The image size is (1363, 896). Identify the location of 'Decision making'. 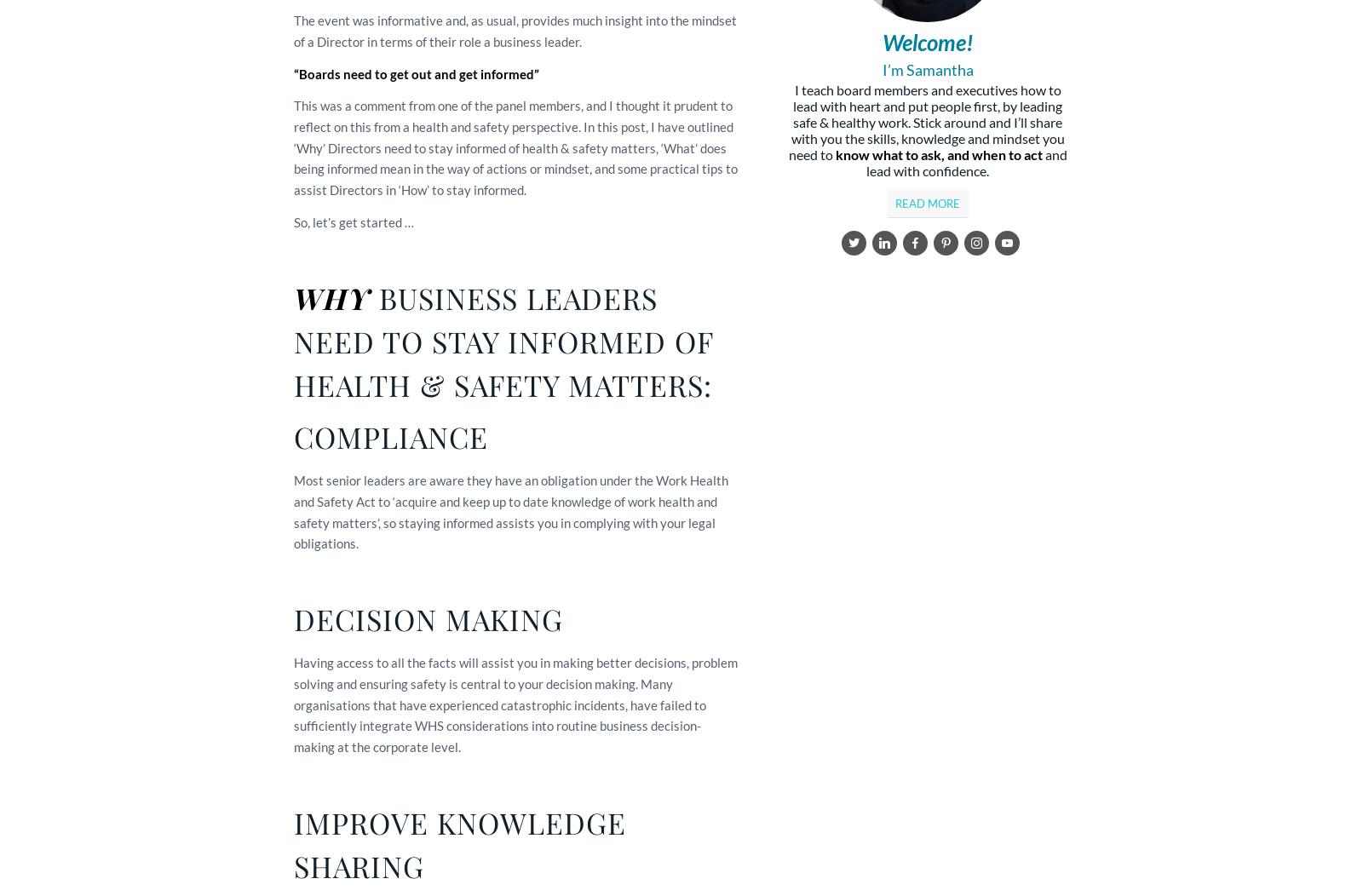
(293, 619).